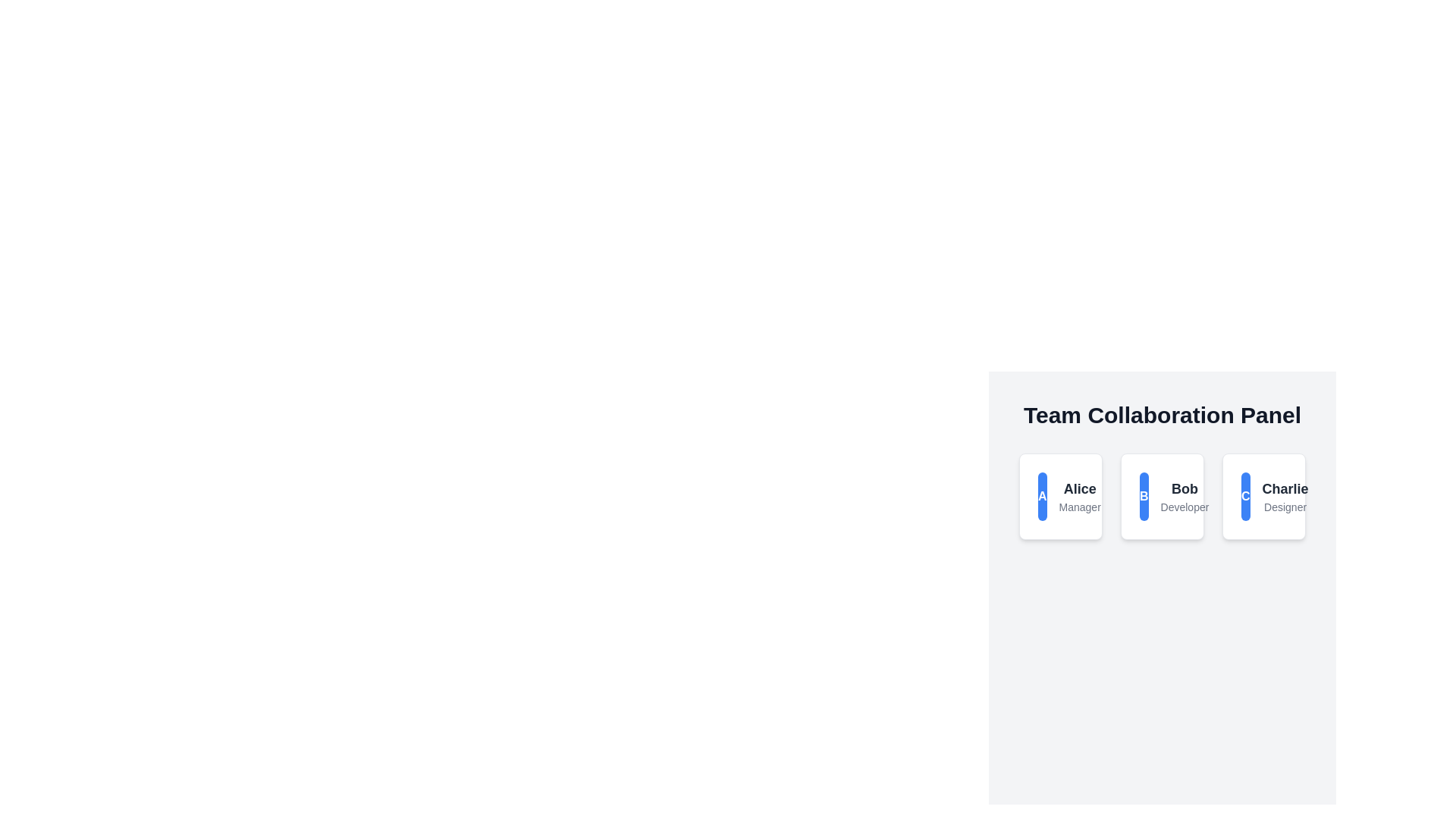 The height and width of the screenshot is (819, 1456). I want to click on the Circular Badge that visually identifies the user profile for 'Bob', positioned to the left of the name and title in the profile card, so click(1144, 497).